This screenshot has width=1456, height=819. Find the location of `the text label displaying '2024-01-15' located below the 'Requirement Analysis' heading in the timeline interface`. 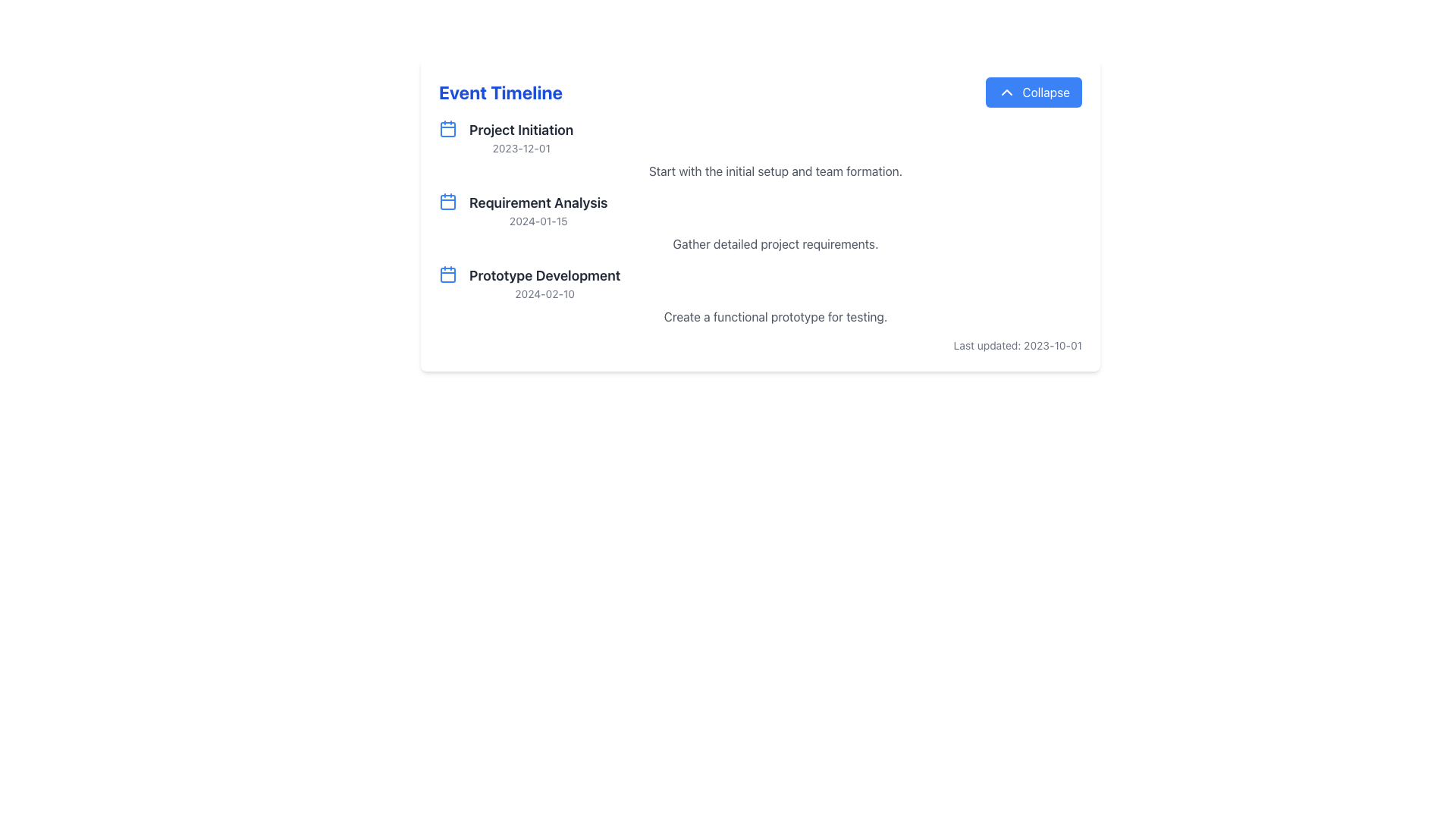

the text label displaying '2024-01-15' located below the 'Requirement Analysis' heading in the timeline interface is located at coordinates (538, 221).